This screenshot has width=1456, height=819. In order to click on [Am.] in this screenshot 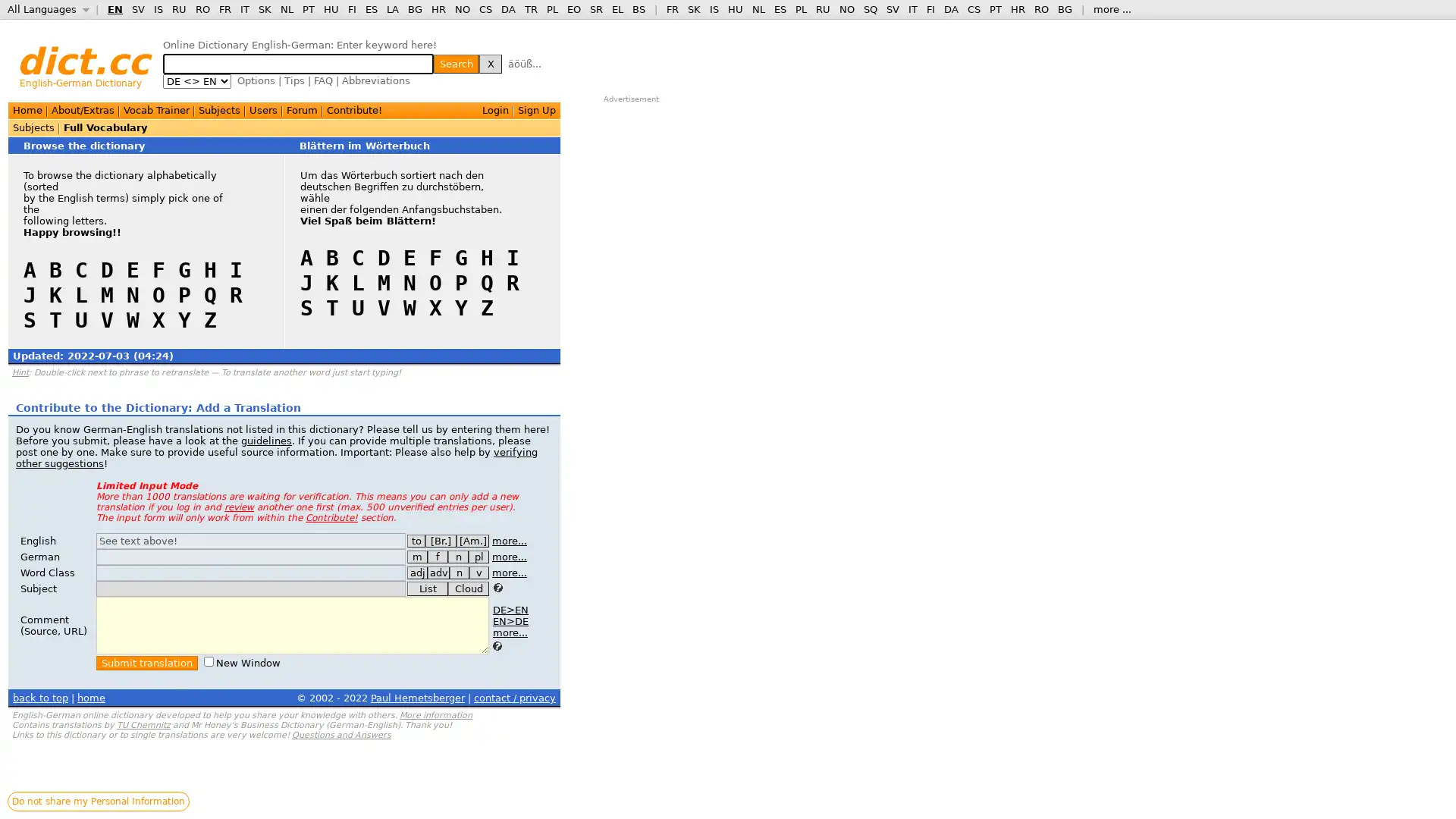, I will do `click(472, 540)`.